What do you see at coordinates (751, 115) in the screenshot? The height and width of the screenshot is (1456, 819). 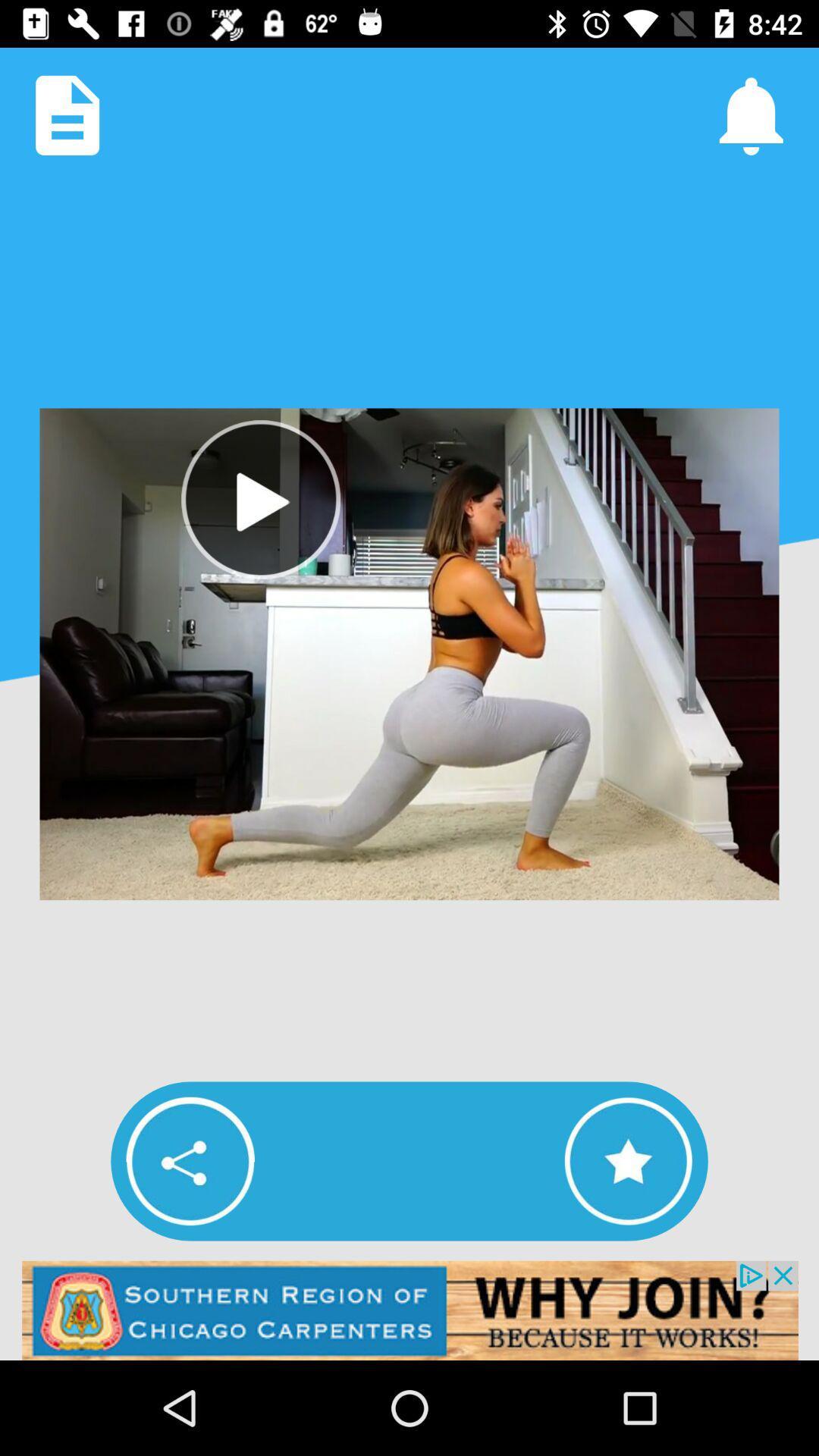 I see `the notifications icon` at bounding box center [751, 115].